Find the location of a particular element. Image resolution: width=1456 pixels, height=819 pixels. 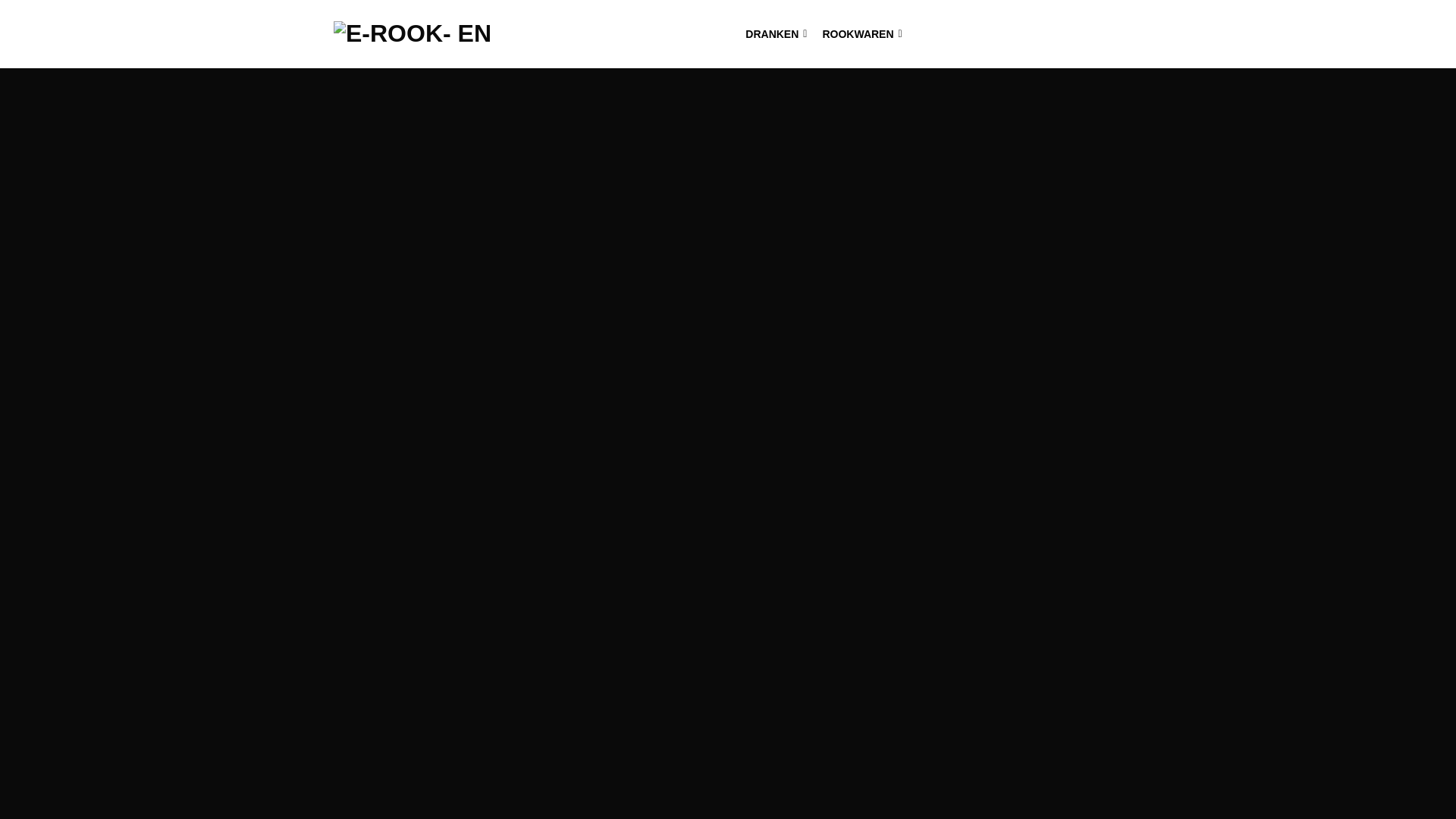

'DRANKEN' is located at coordinates (776, 34).